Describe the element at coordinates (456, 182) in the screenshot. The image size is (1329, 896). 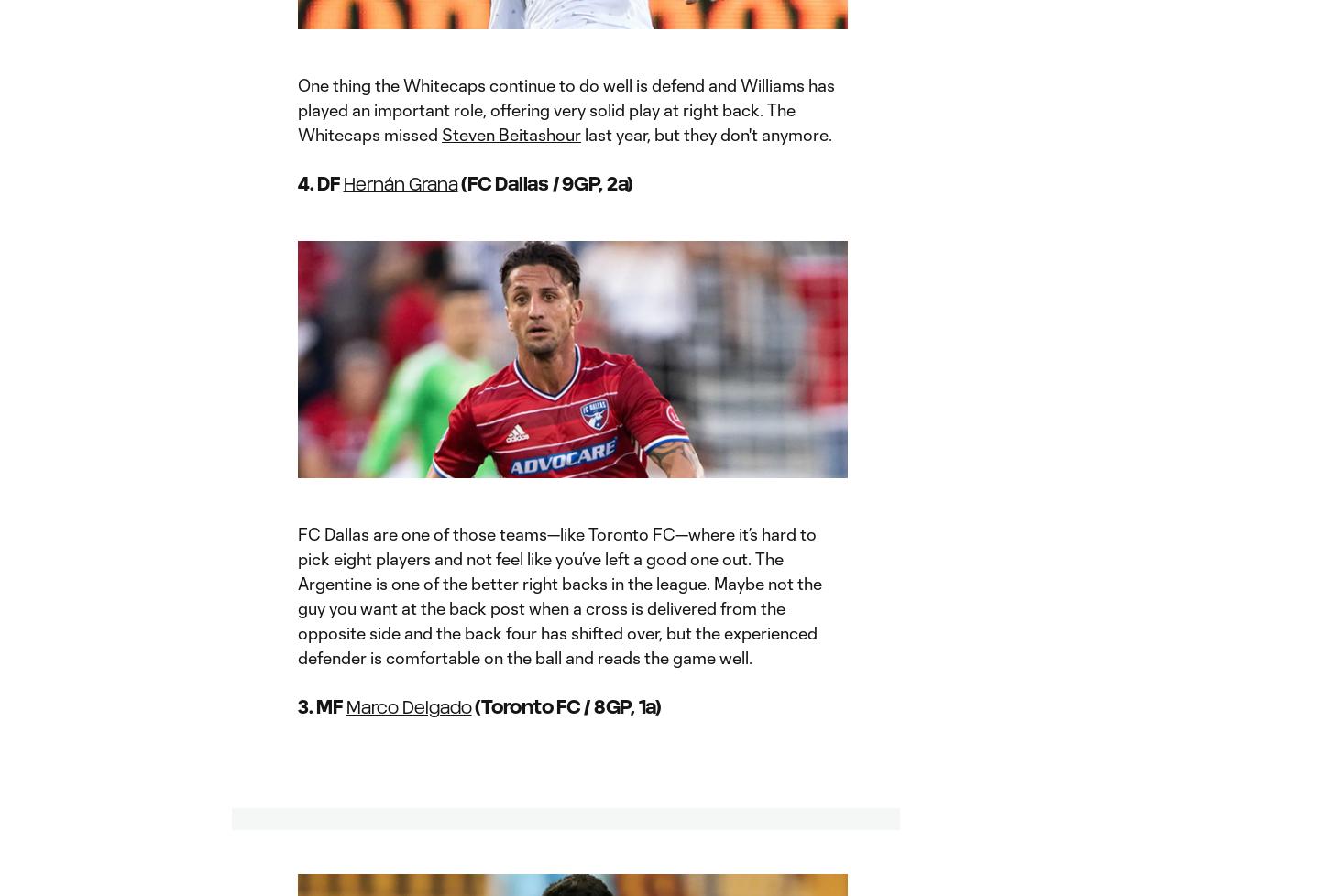
I see `'(FC Dallas / 9GP, 2a)'` at that location.